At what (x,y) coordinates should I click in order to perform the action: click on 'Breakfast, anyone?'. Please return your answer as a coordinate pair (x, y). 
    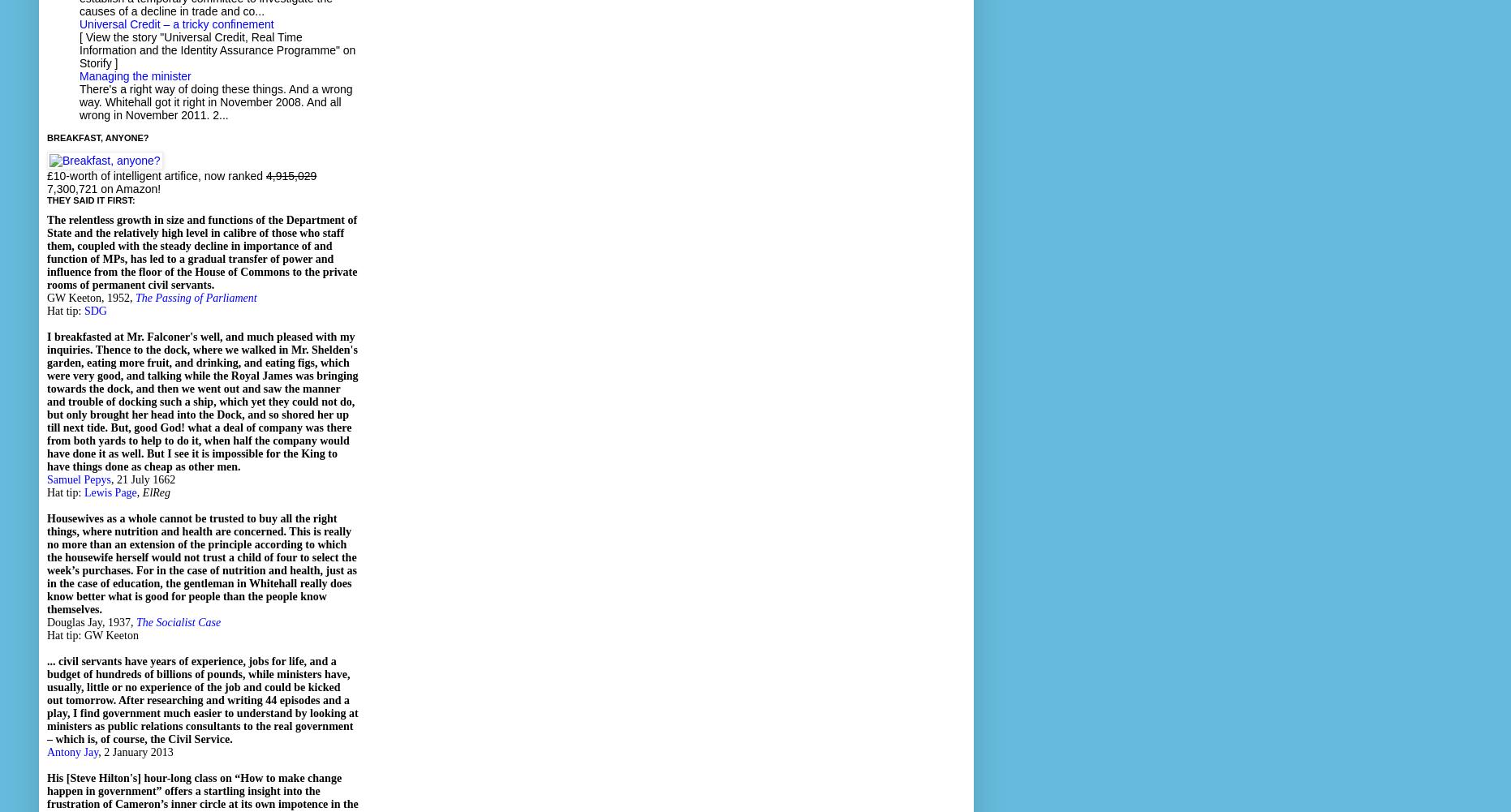
    Looking at the image, I should click on (45, 137).